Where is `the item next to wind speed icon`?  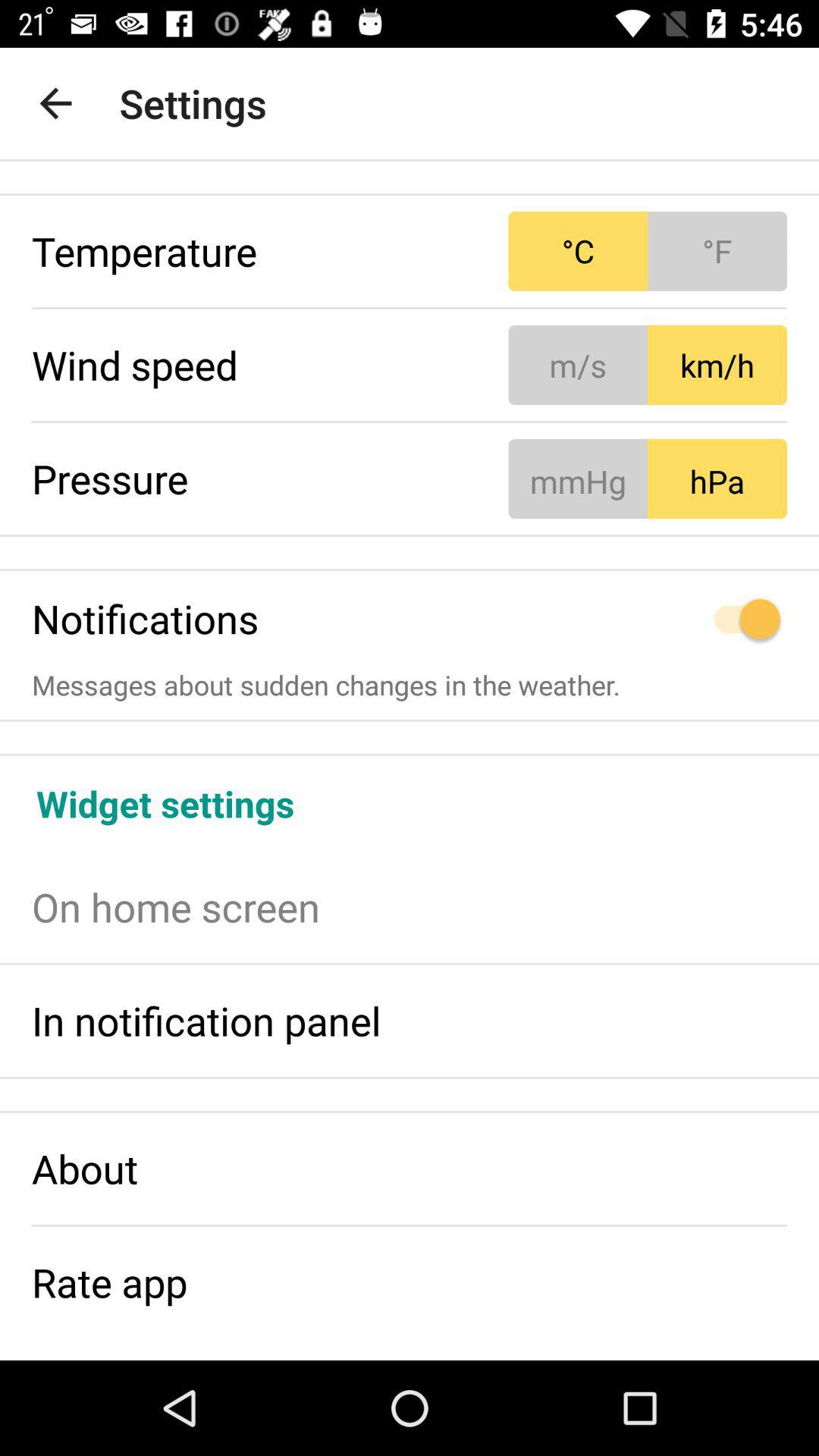
the item next to wind speed icon is located at coordinates (648, 365).